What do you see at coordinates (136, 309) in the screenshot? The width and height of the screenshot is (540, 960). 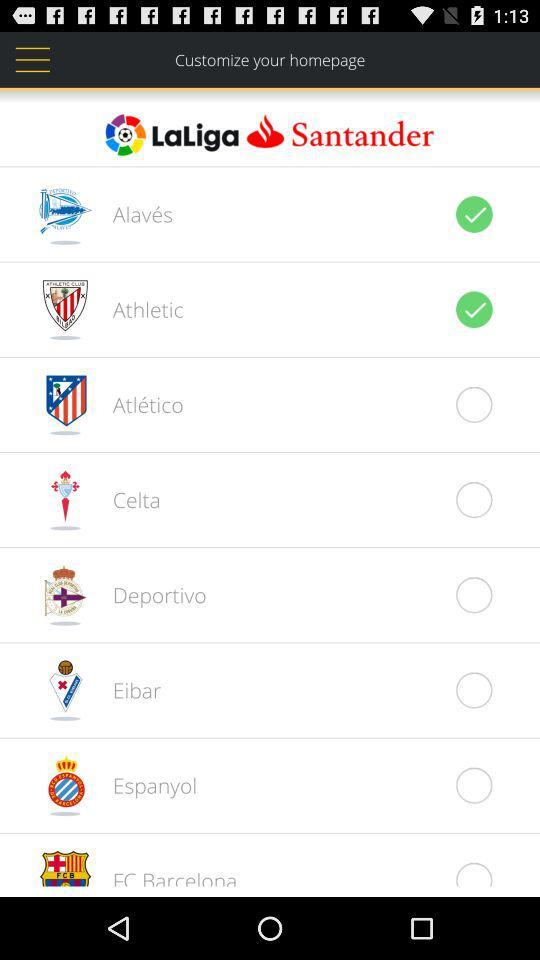 I see `athletic app` at bounding box center [136, 309].